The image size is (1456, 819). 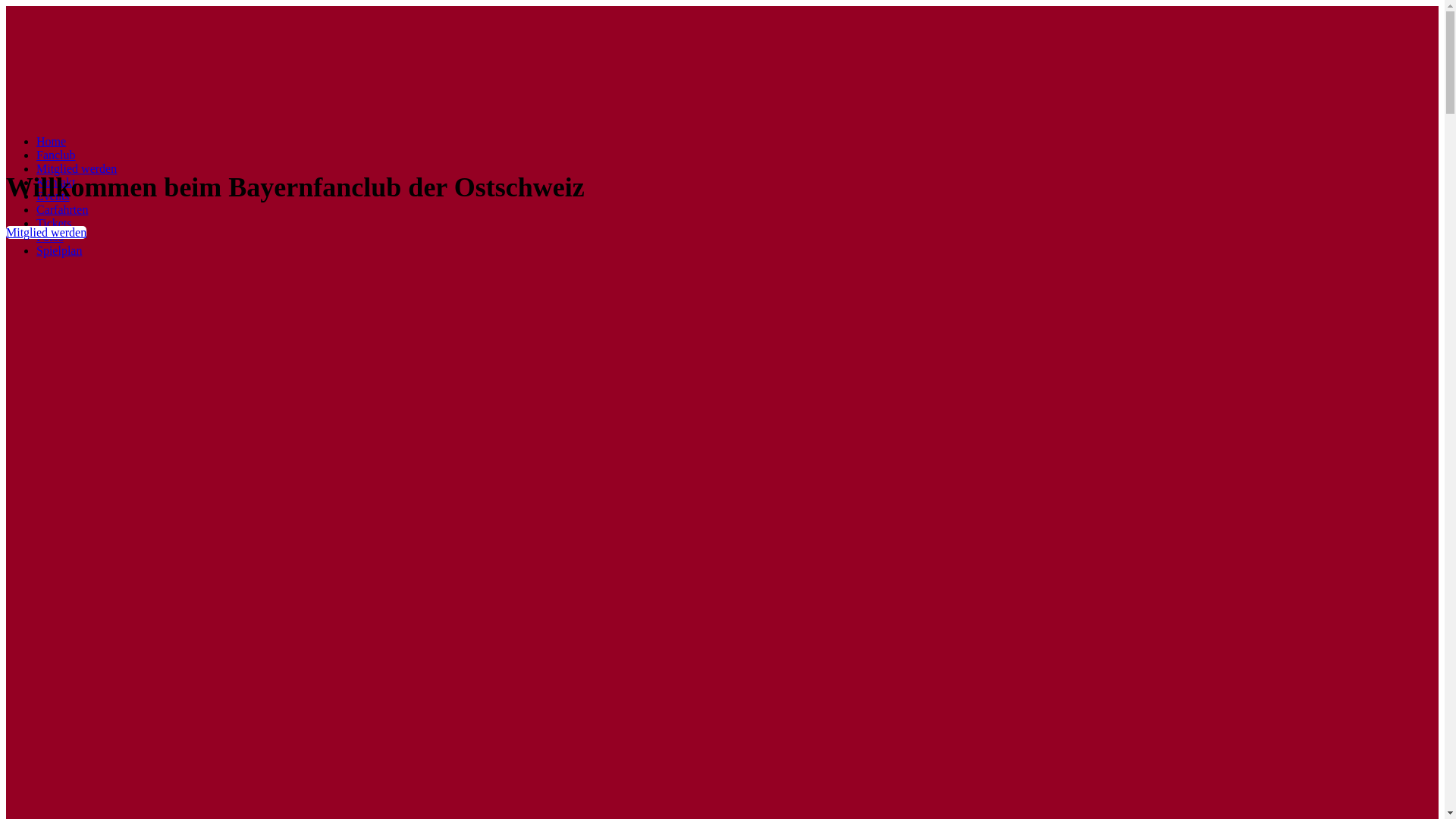 I want to click on 'Mitglied werden', so click(x=46, y=232).